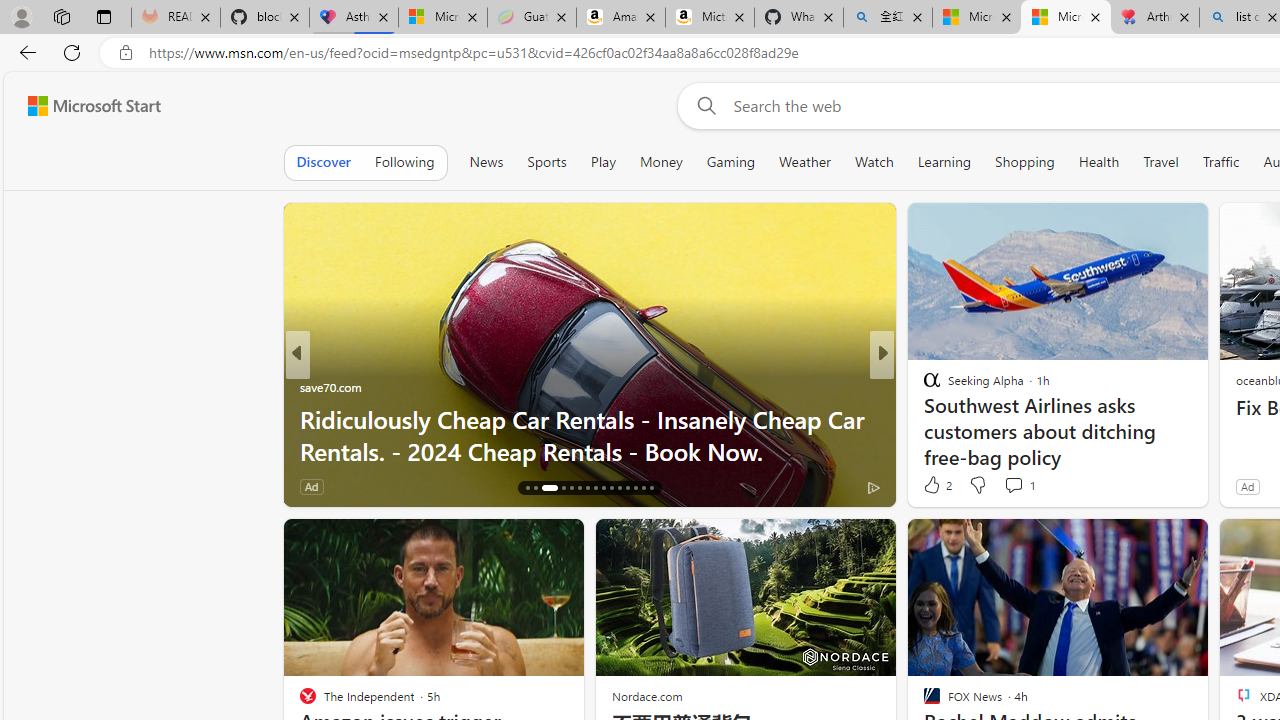 The height and width of the screenshot is (720, 1280). I want to click on 'View comments 4 Comment', so click(1020, 486).